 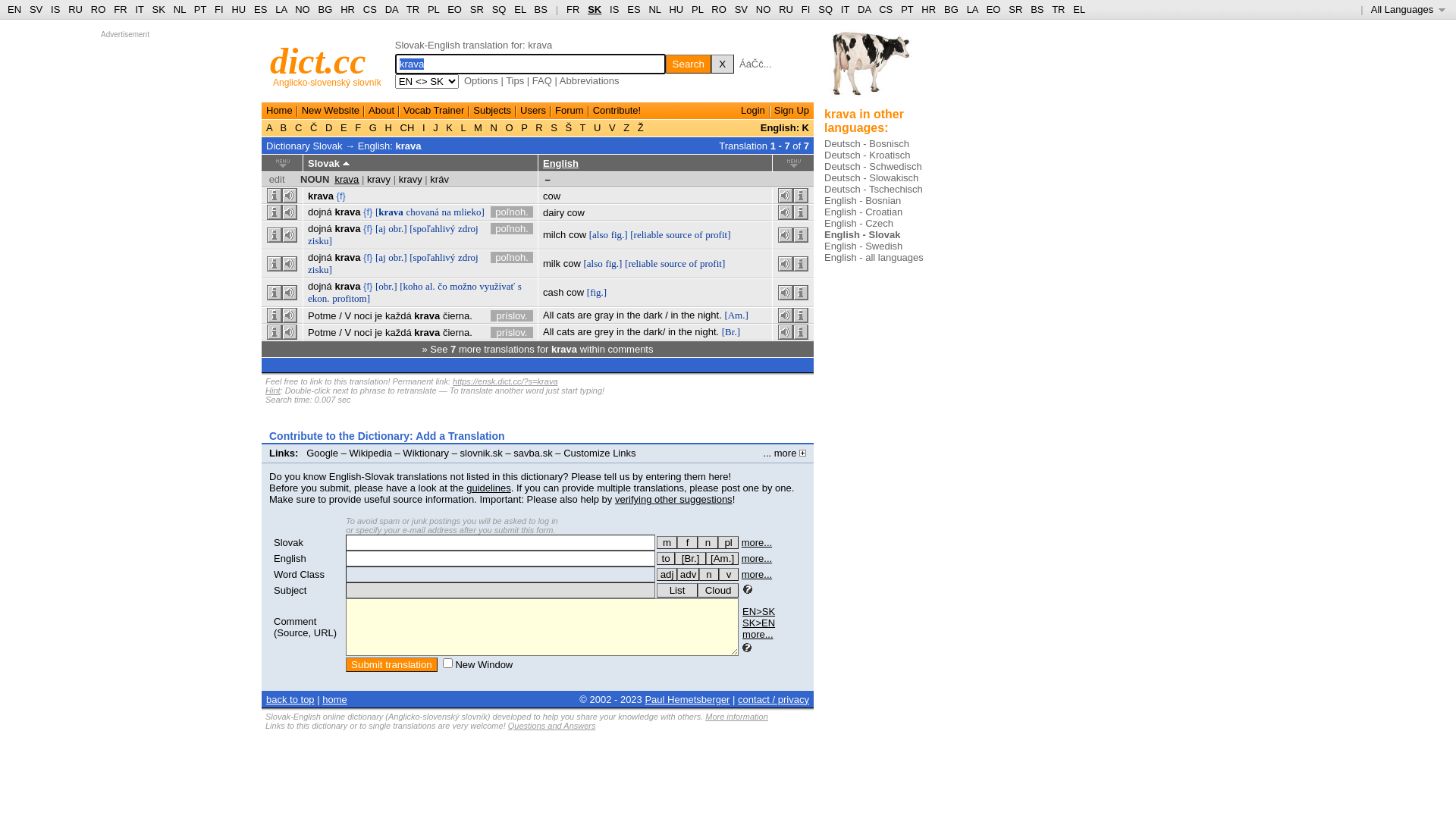 I want to click on 'Wikipedia', so click(x=371, y=452).